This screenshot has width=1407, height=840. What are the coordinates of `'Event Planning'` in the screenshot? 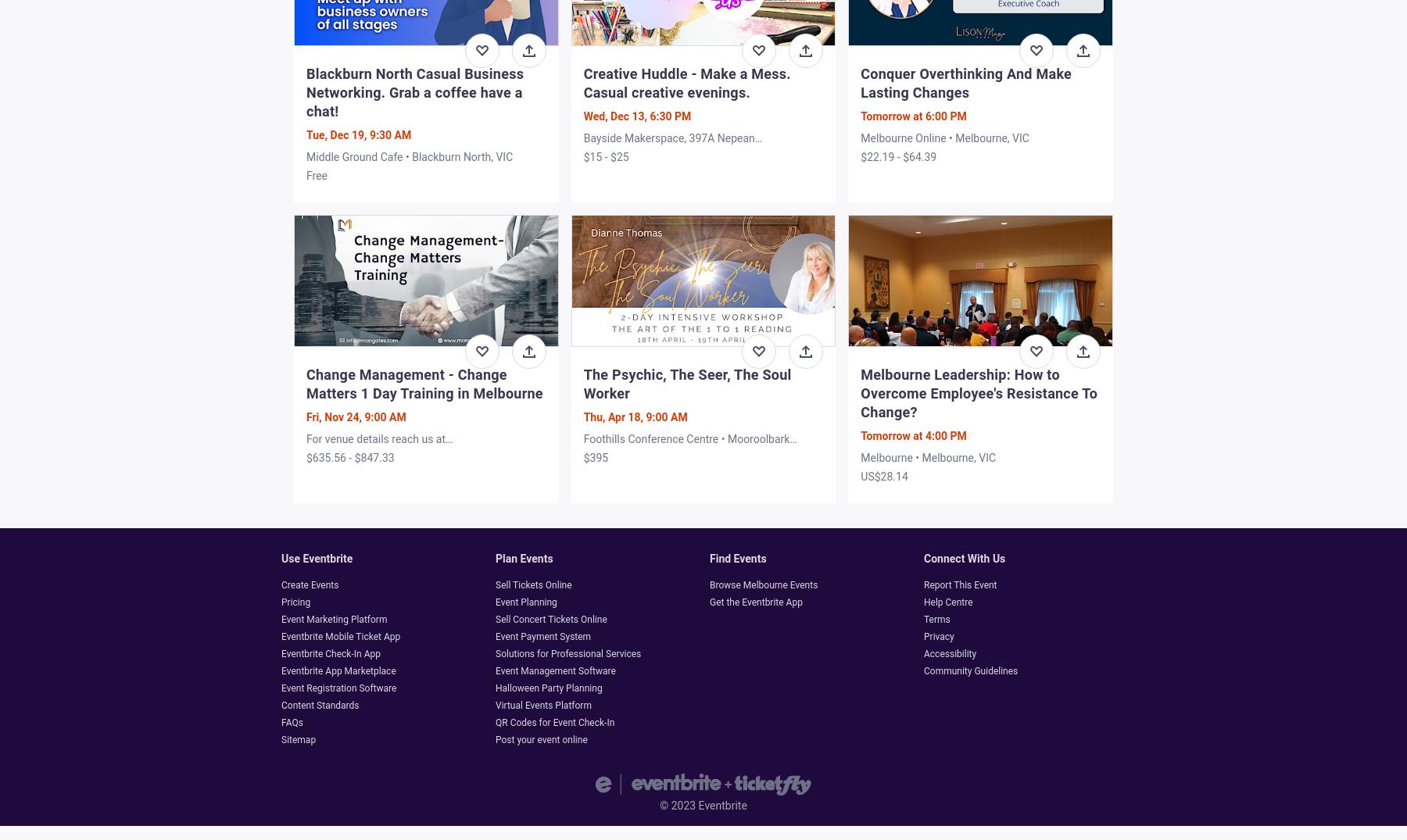 It's located at (526, 602).